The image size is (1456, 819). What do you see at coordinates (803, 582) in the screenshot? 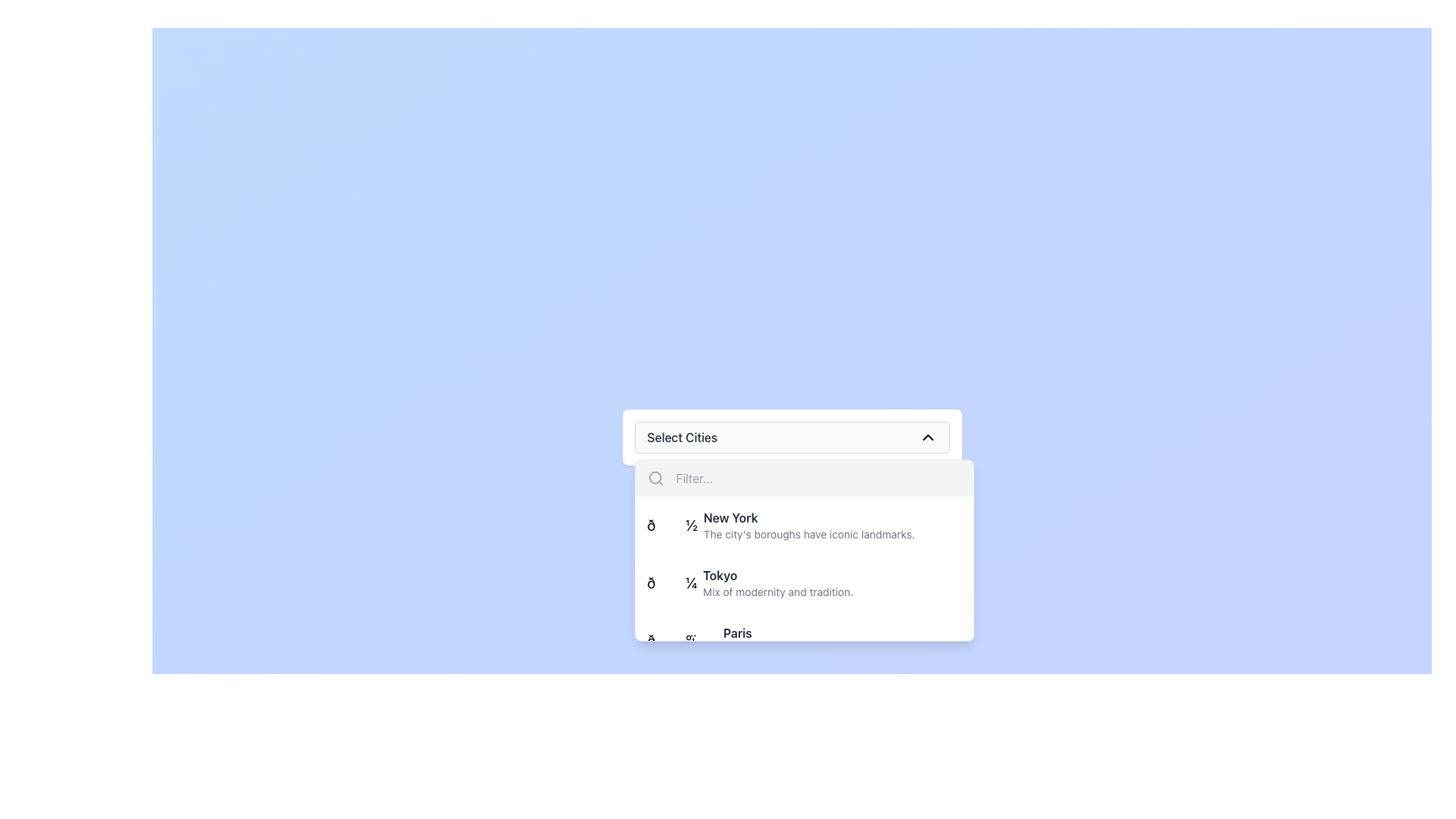
I see `the second list item in the 'Select Cities' dropdown menu, which represents the city of Tokyo` at bounding box center [803, 582].